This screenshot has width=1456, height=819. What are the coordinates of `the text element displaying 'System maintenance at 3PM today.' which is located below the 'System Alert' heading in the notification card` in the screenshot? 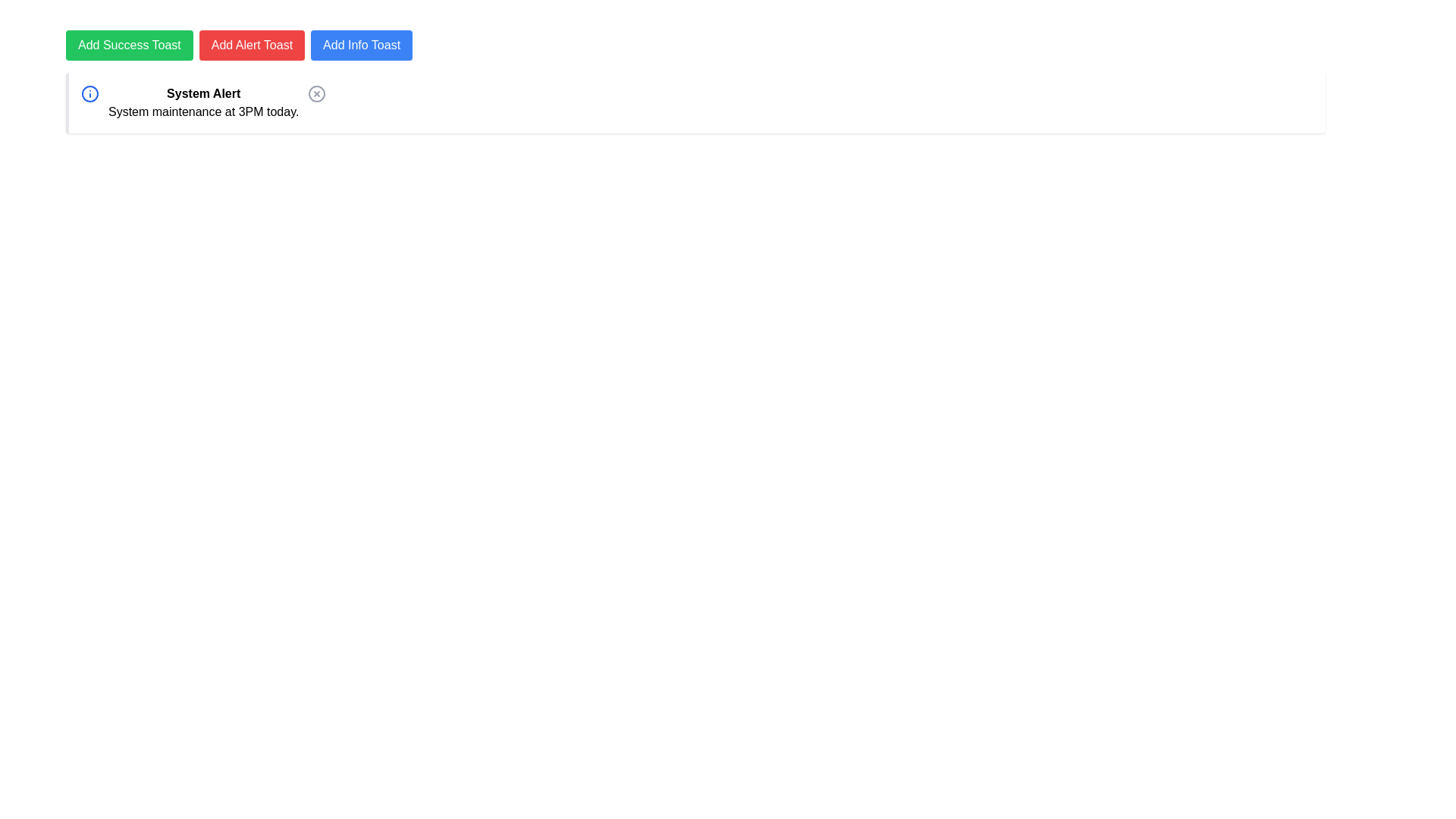 It's located at (202, 111).